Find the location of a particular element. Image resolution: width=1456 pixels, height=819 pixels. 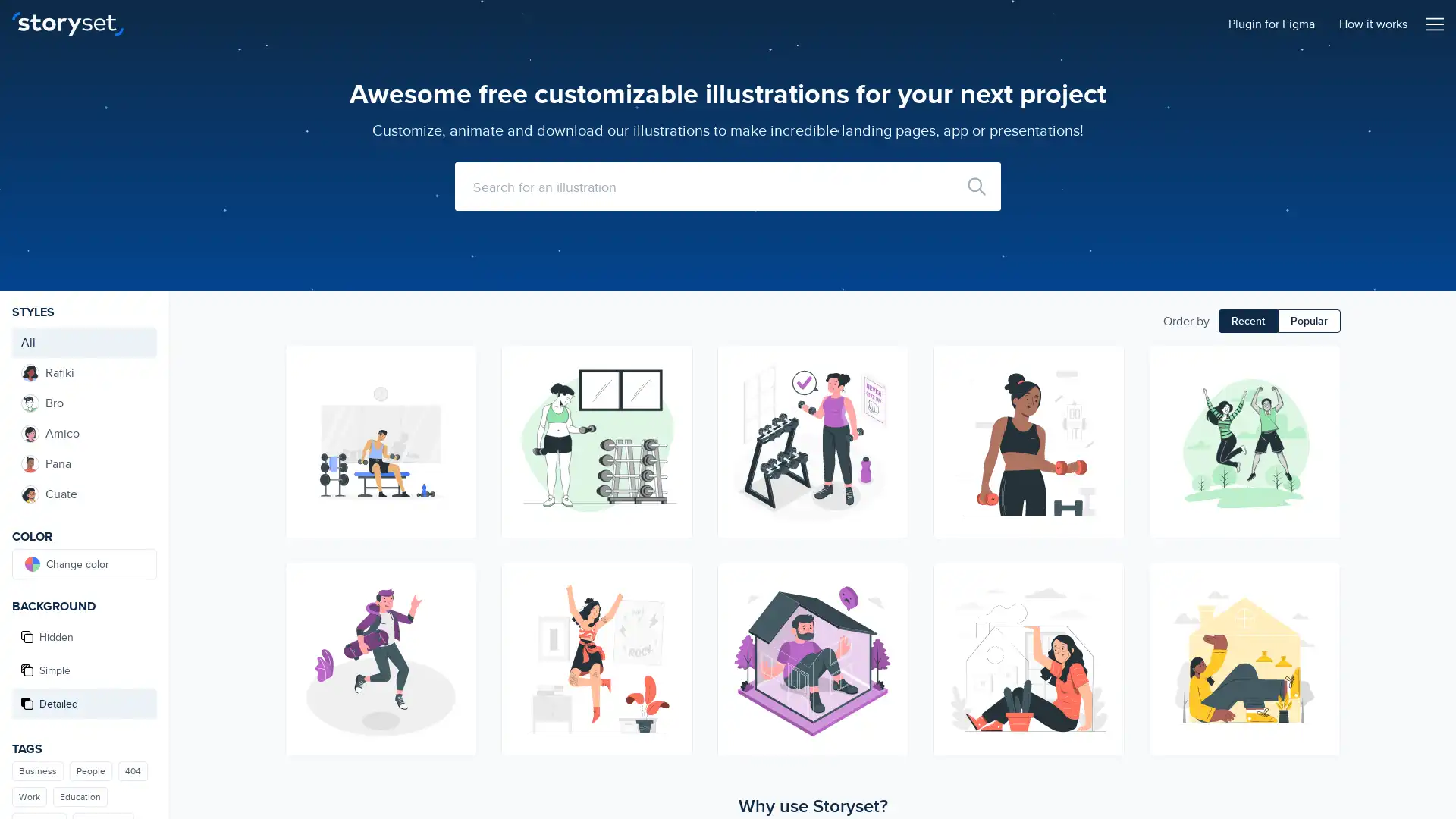

Simple is located at coordinates (83, 669).